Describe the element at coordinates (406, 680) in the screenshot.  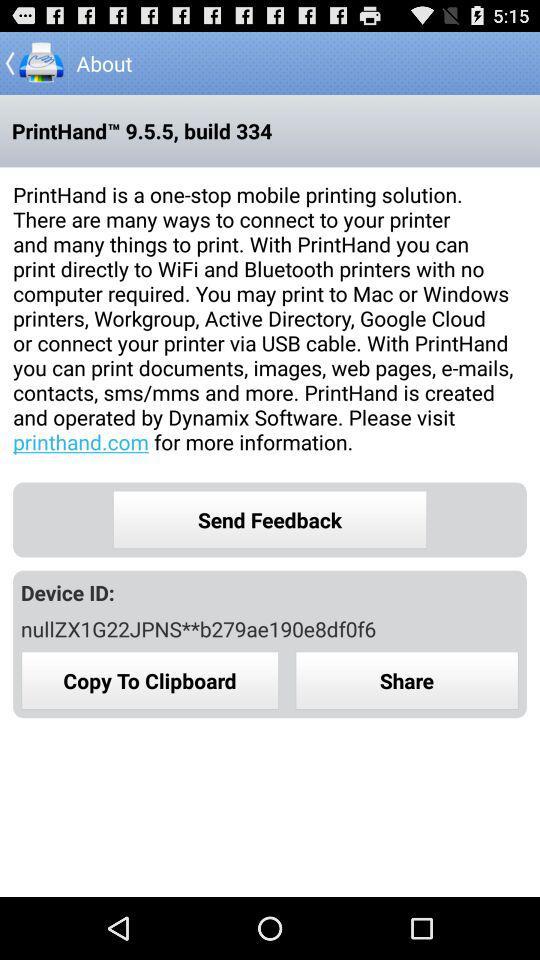
I see `the share item` at that location.